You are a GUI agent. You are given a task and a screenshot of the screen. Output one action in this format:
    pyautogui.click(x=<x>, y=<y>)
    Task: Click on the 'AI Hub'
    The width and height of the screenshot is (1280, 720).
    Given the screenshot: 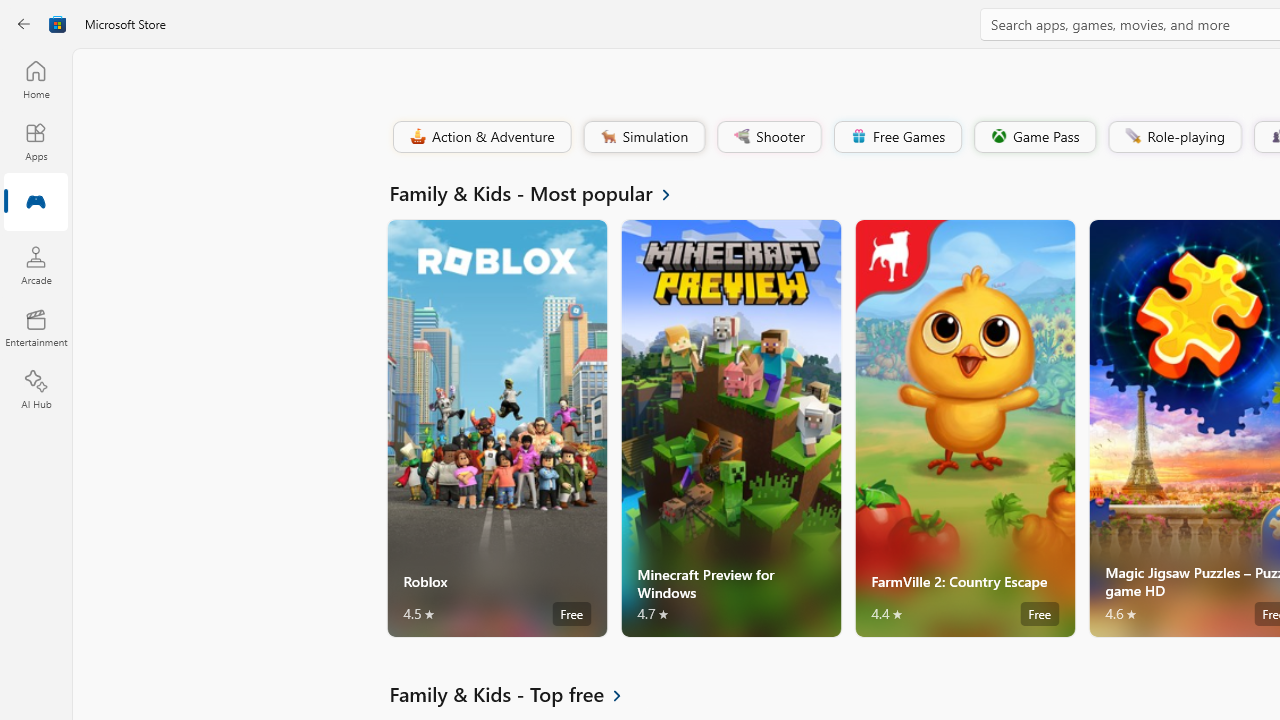 What is the action you would take?
    pyautogui.click(x=35, y=390)
    